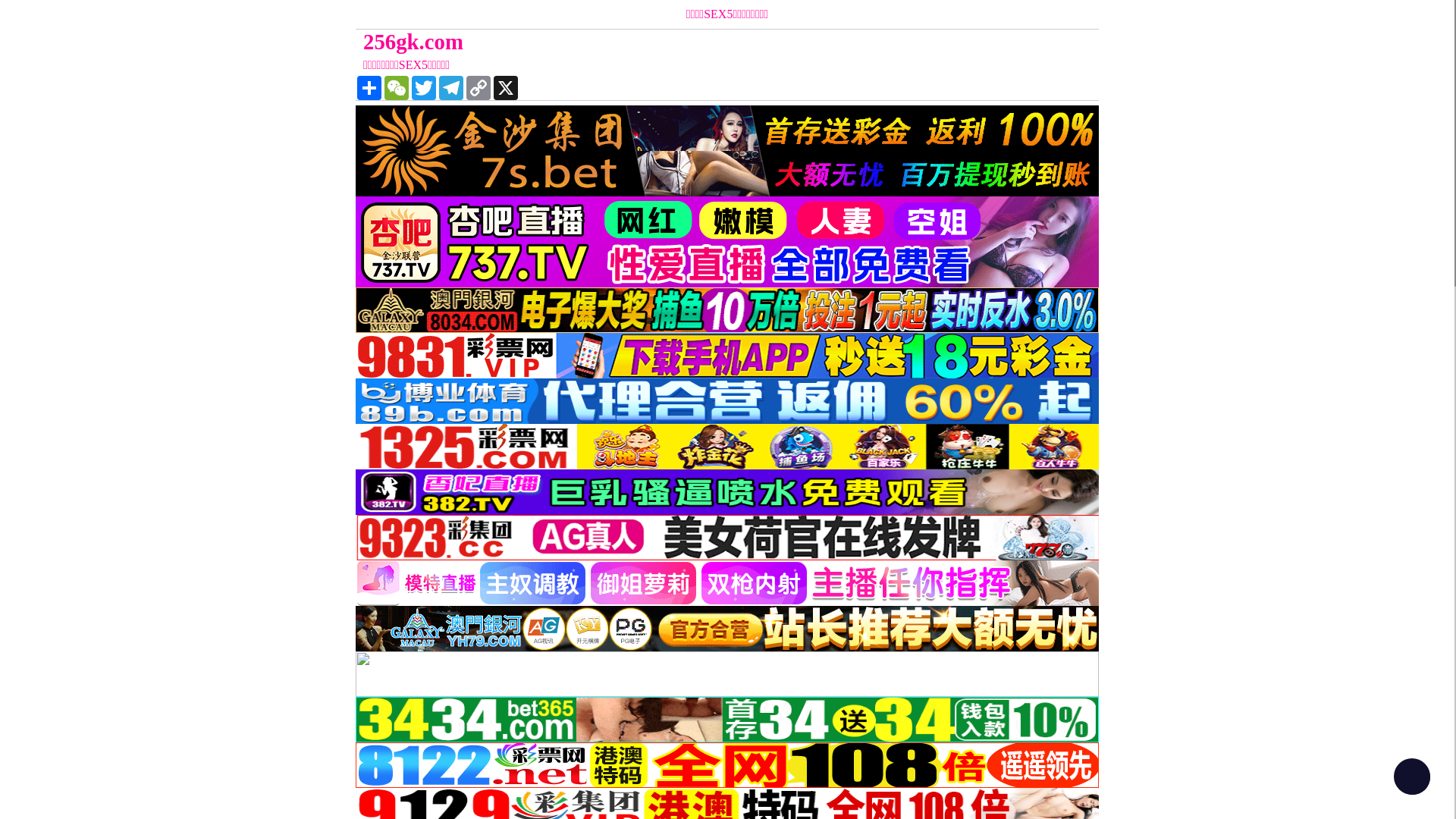  What do you see at coordinates (450, 87) in the screenshot?
I see `'Telegram'` at bounding box center [450, 87].